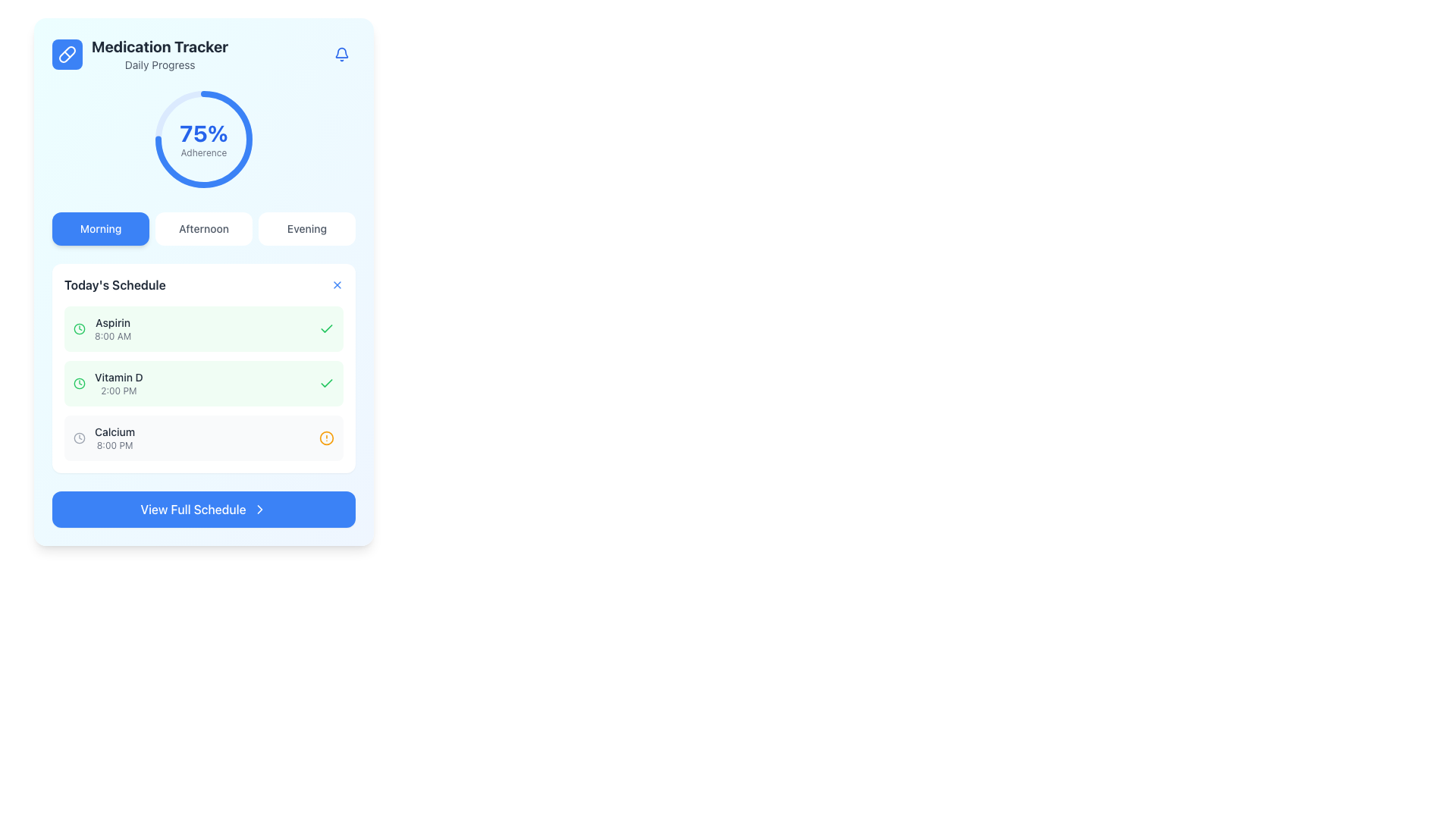 The image size is (1456, 819). I want to click on the static information display element showing 'Calcium' and '8:00 PM', located in the 'Today's Schedule' section, so click(103, 438).